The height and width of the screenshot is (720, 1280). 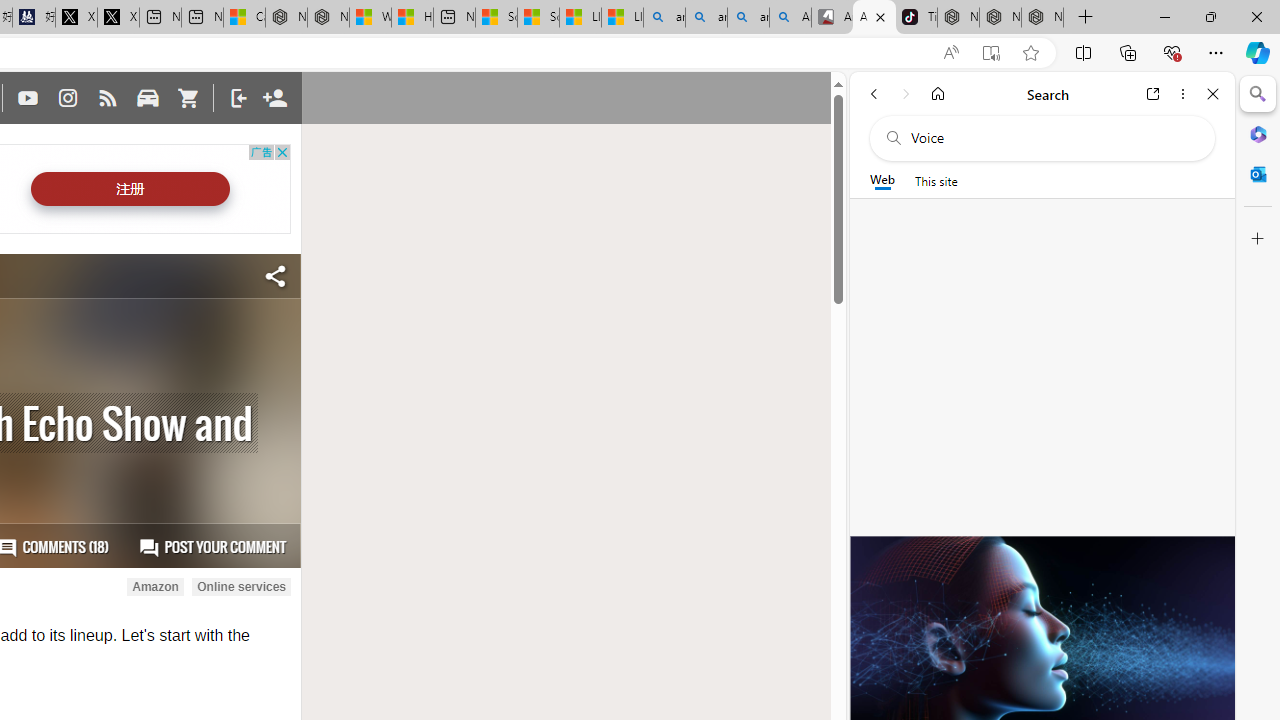 I want to click on 'Customize', so click(x=1257, y=238).